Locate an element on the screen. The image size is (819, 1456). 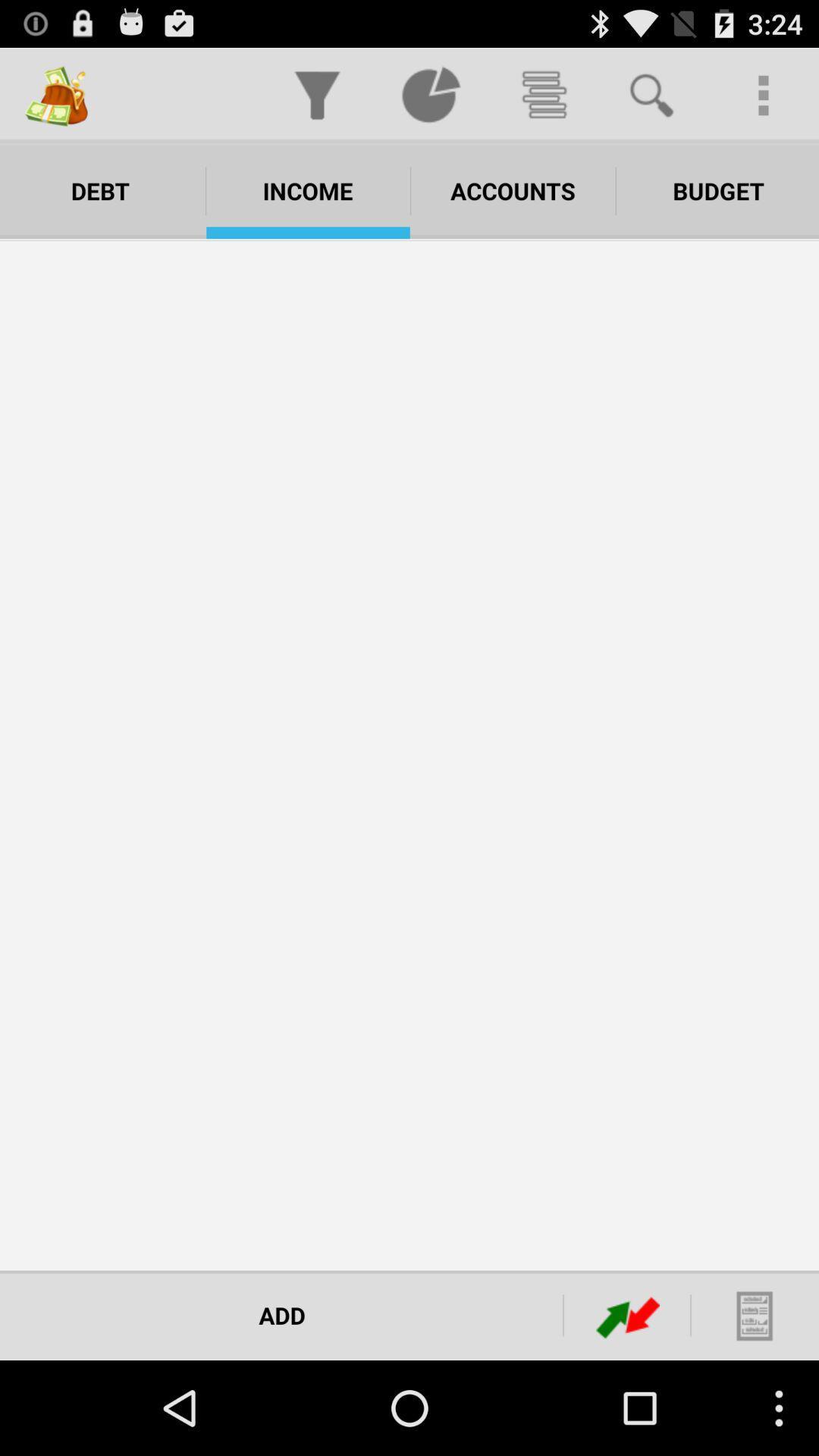
the swap icon is located at coordinates (628, 1407).